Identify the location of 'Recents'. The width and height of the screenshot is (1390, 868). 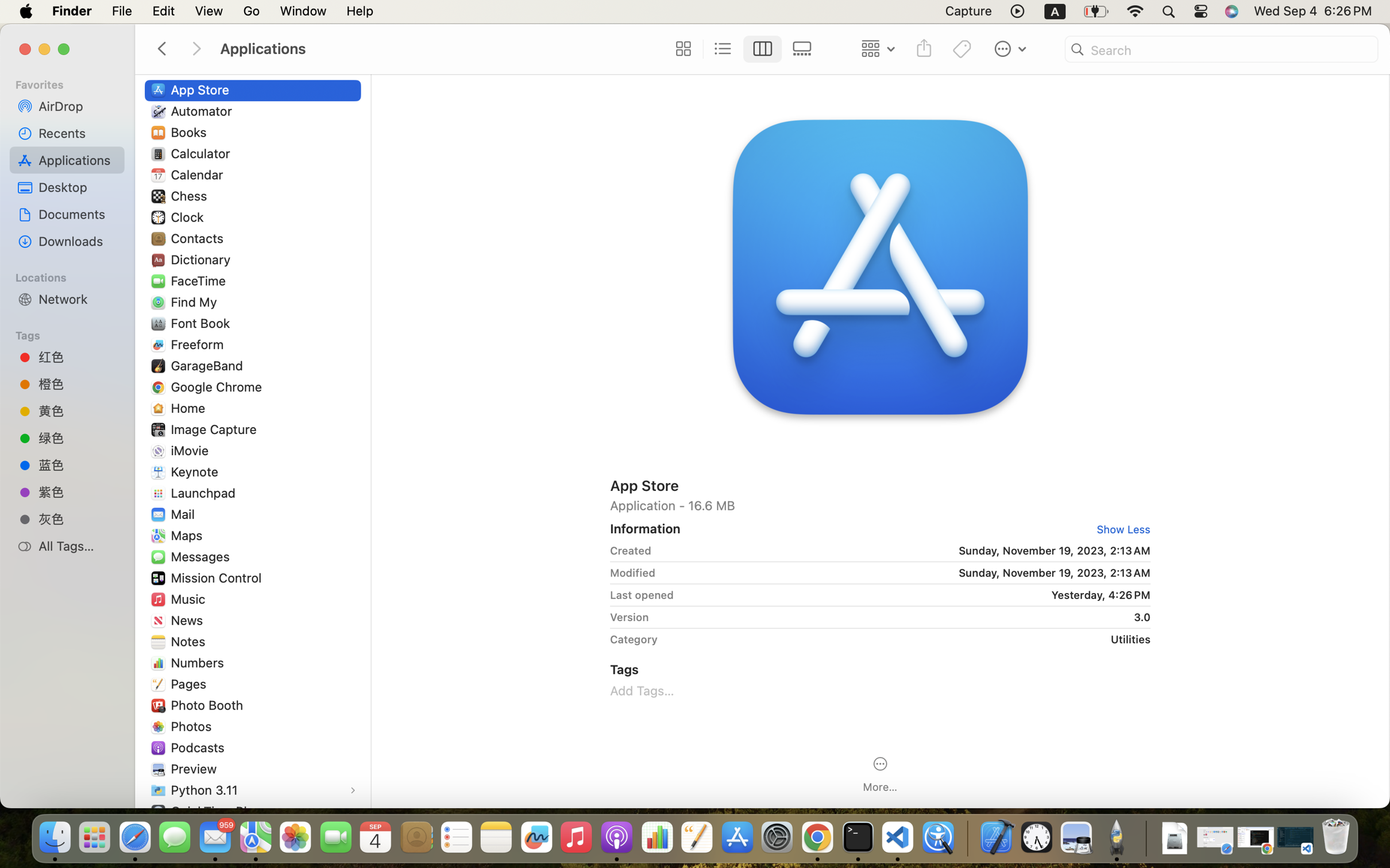
(77, 132).